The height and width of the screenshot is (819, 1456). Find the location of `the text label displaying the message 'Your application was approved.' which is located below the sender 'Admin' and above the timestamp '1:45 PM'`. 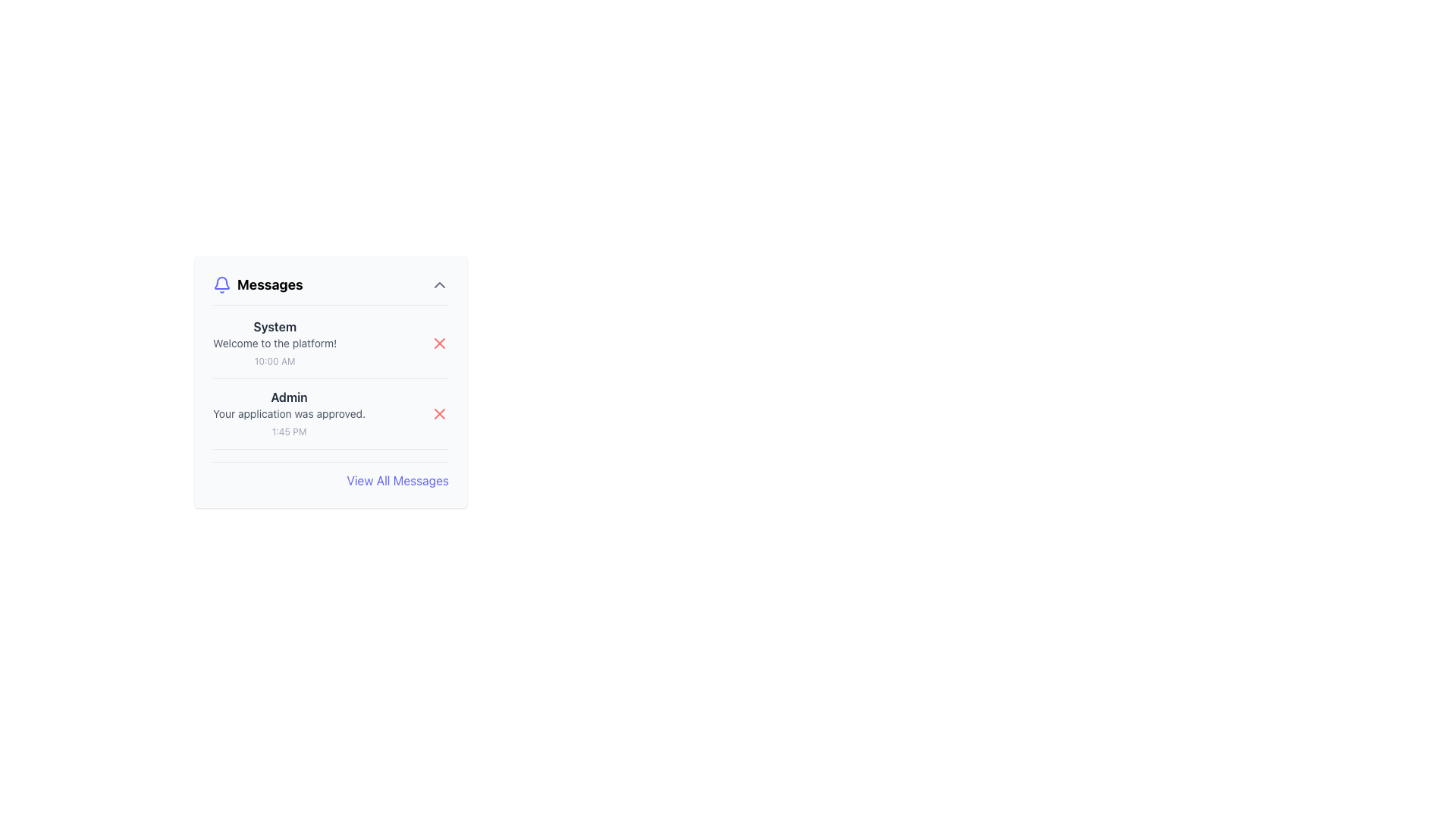

the text label displaying the message 'Your application was approved.' which is located below the sender 'Admin' and above the timestamp '1:45 PM' is located at coordinates (289, 414).